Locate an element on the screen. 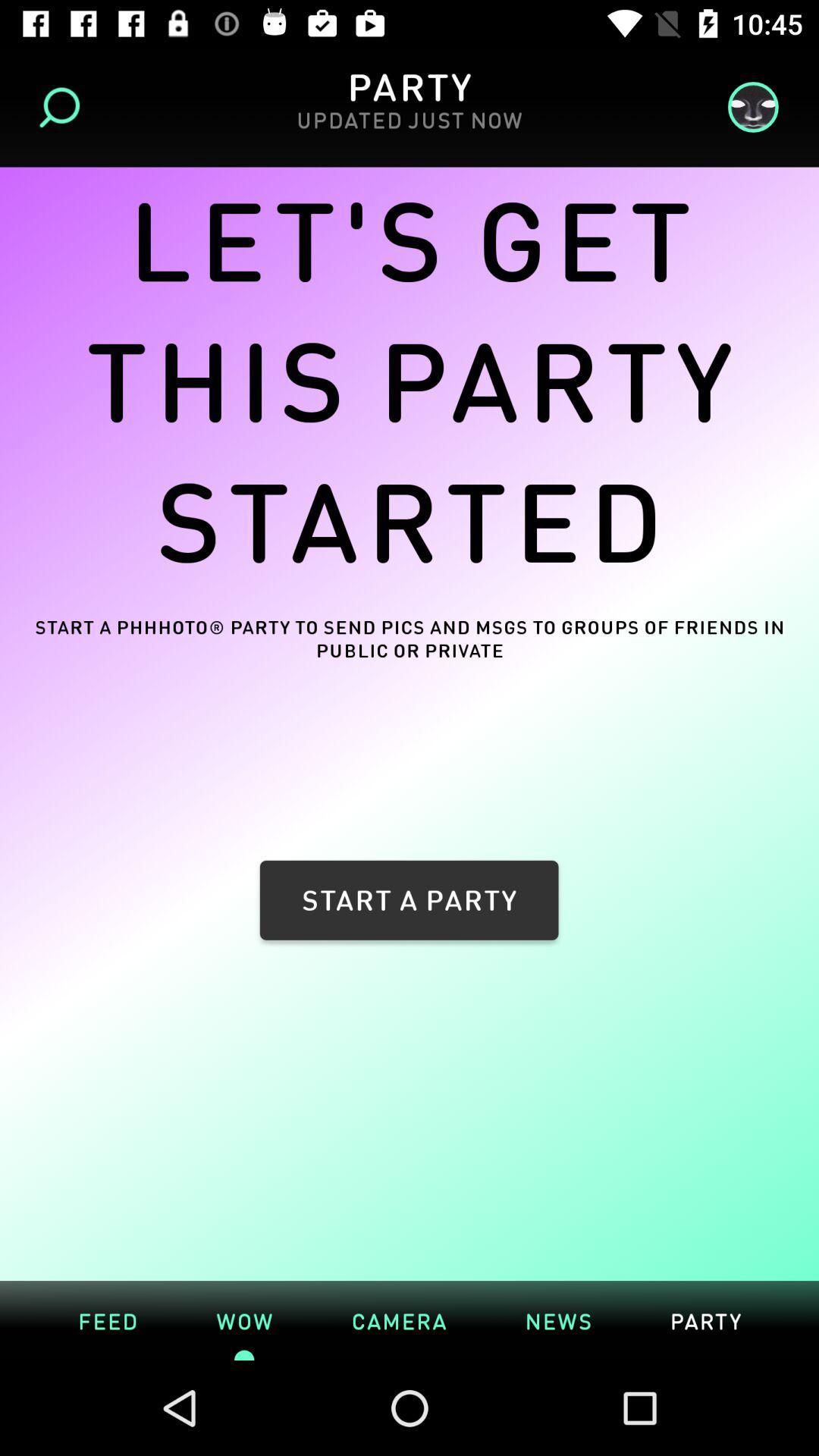 The width and height of the screenshot is (819, 1456). the news icon is located at coordinates (558, 1319).